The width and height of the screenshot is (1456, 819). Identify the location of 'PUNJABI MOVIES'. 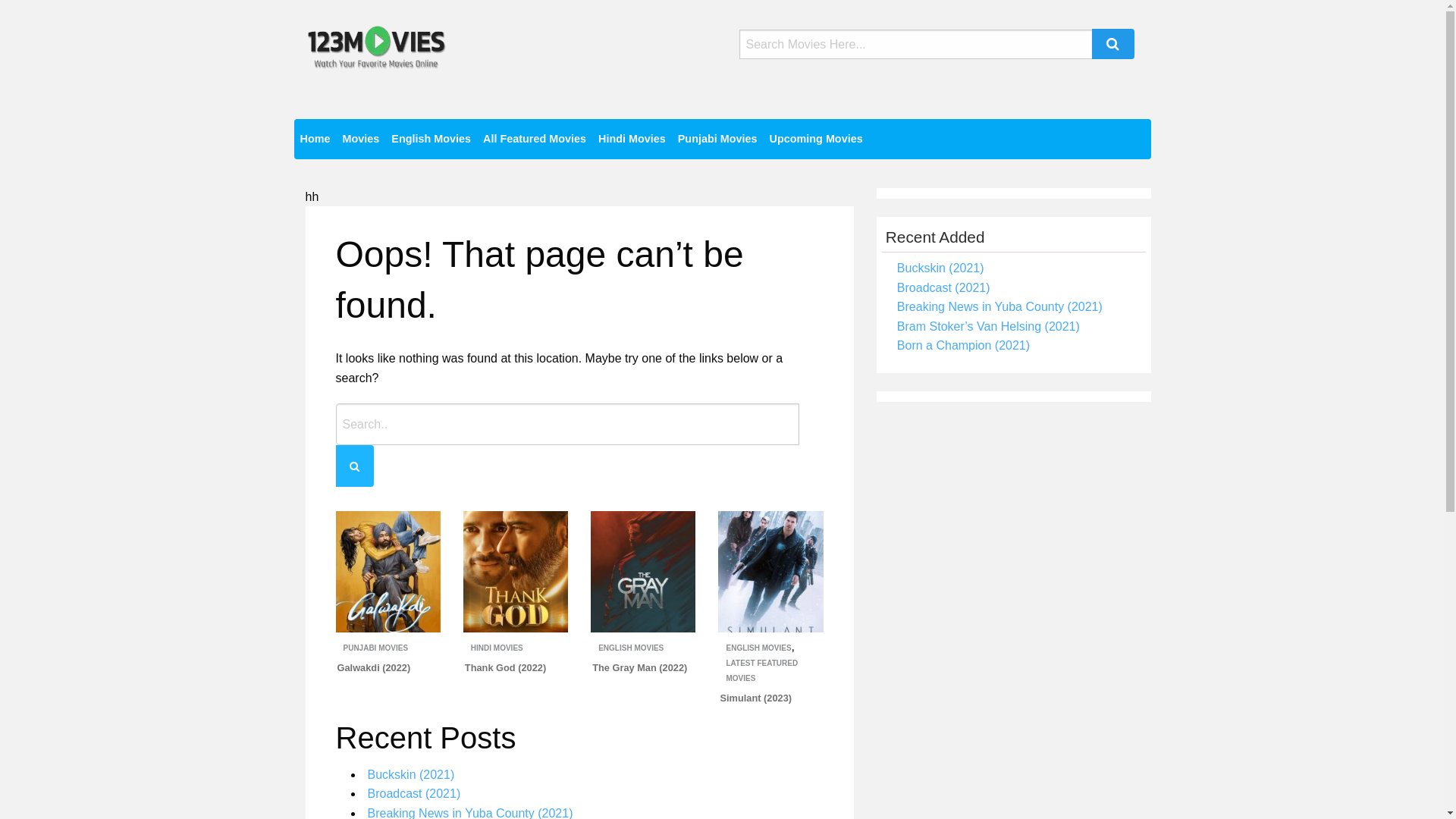
(375, 648).